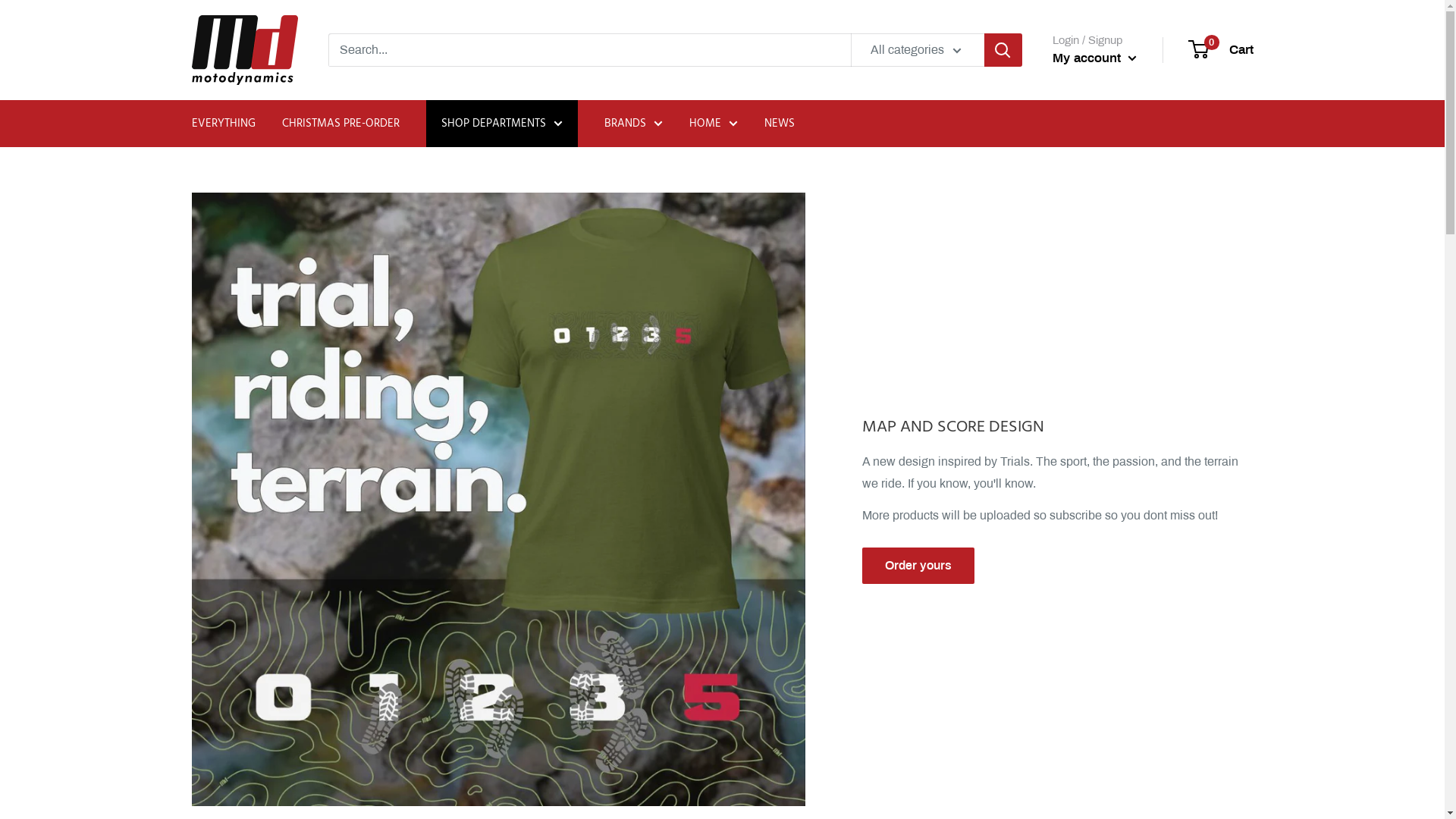  I want to click on 'SHOP DEPARTMENTS', so click(502, 122).